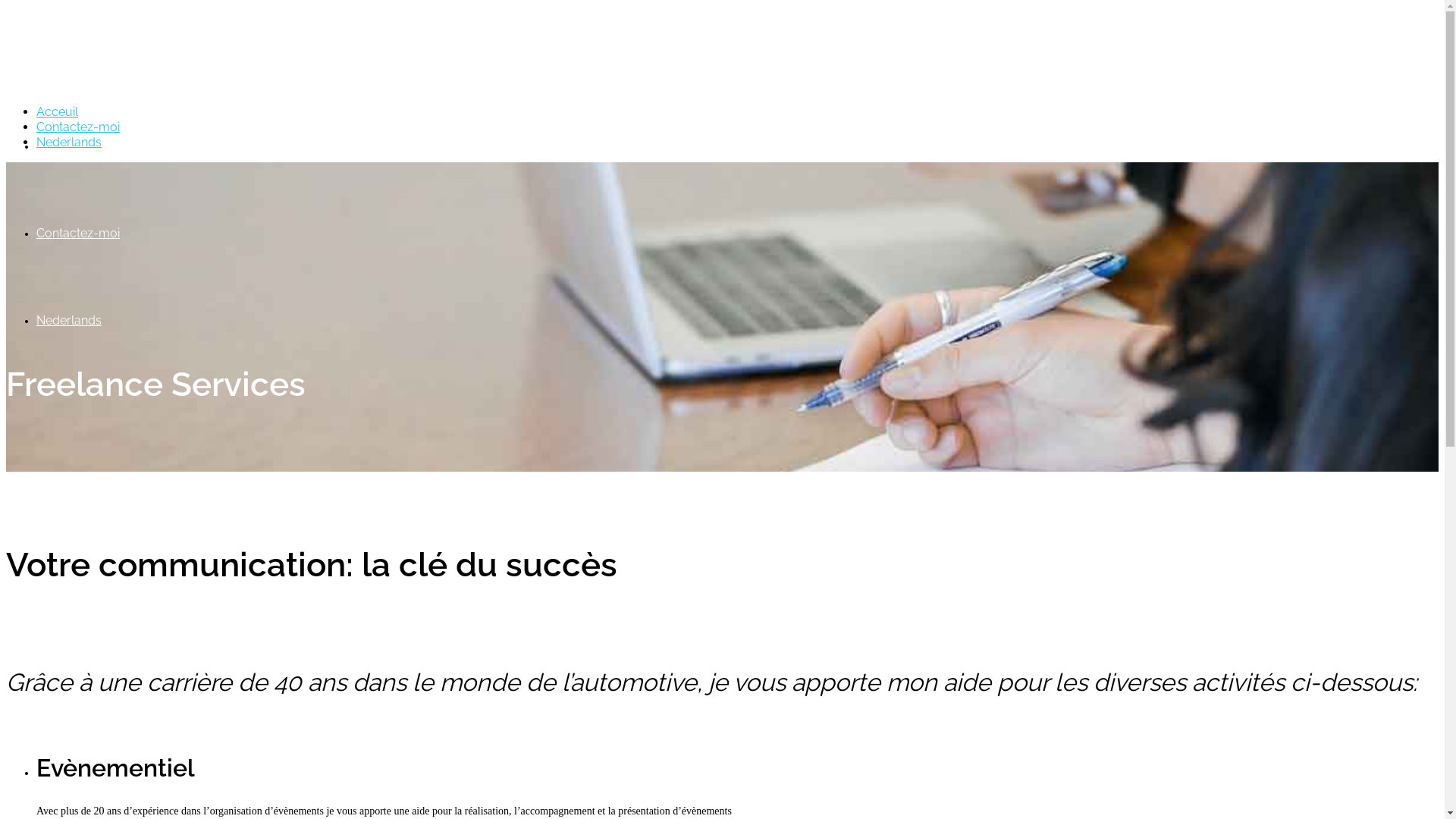 The height and width of the screenshot is (819, 1456). I want to click on 'Contactez-moi', so click(77, 126).